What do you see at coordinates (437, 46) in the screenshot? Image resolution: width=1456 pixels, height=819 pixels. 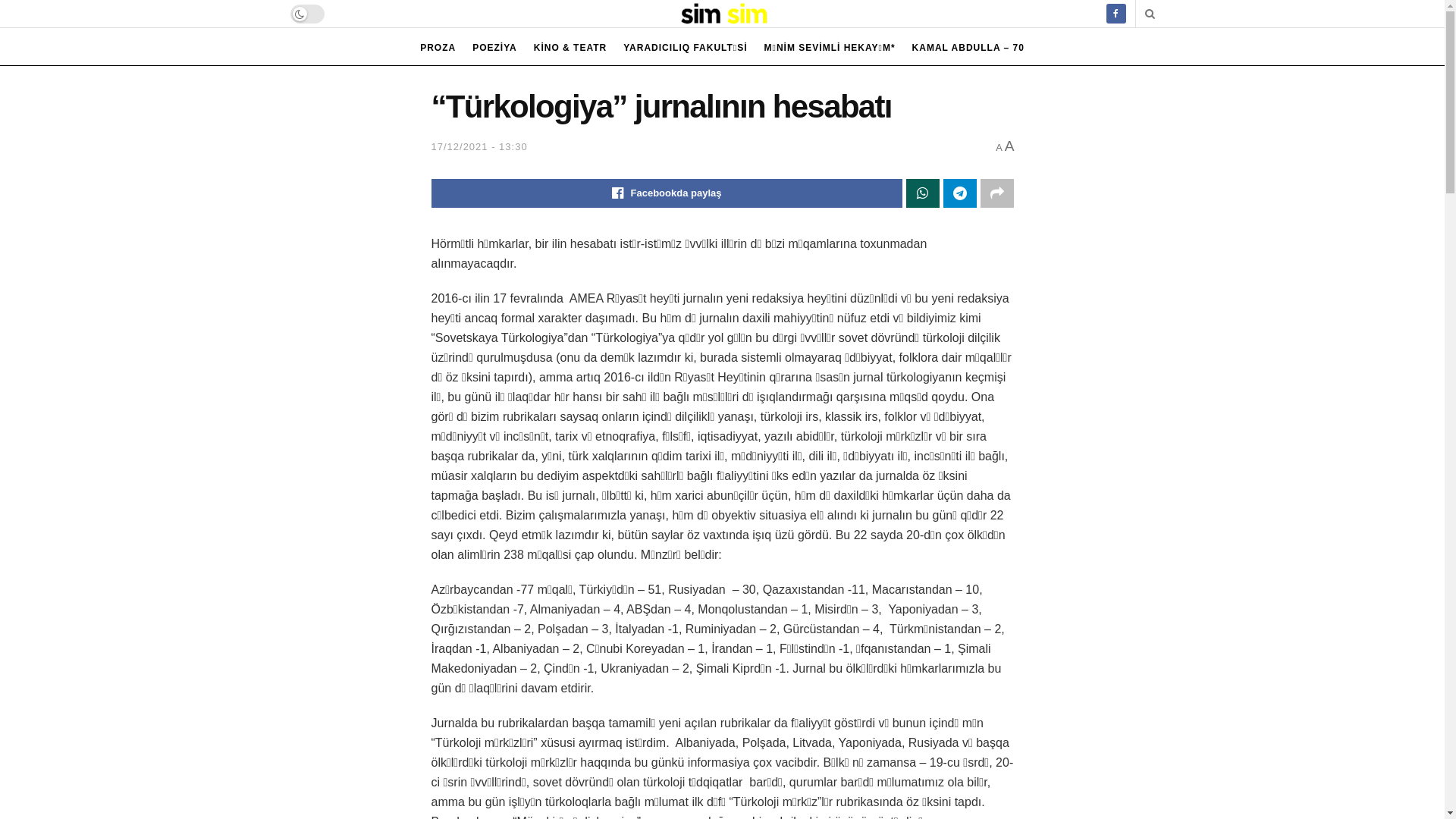 I see `'PROZA'` at bounding box center [437, 46].